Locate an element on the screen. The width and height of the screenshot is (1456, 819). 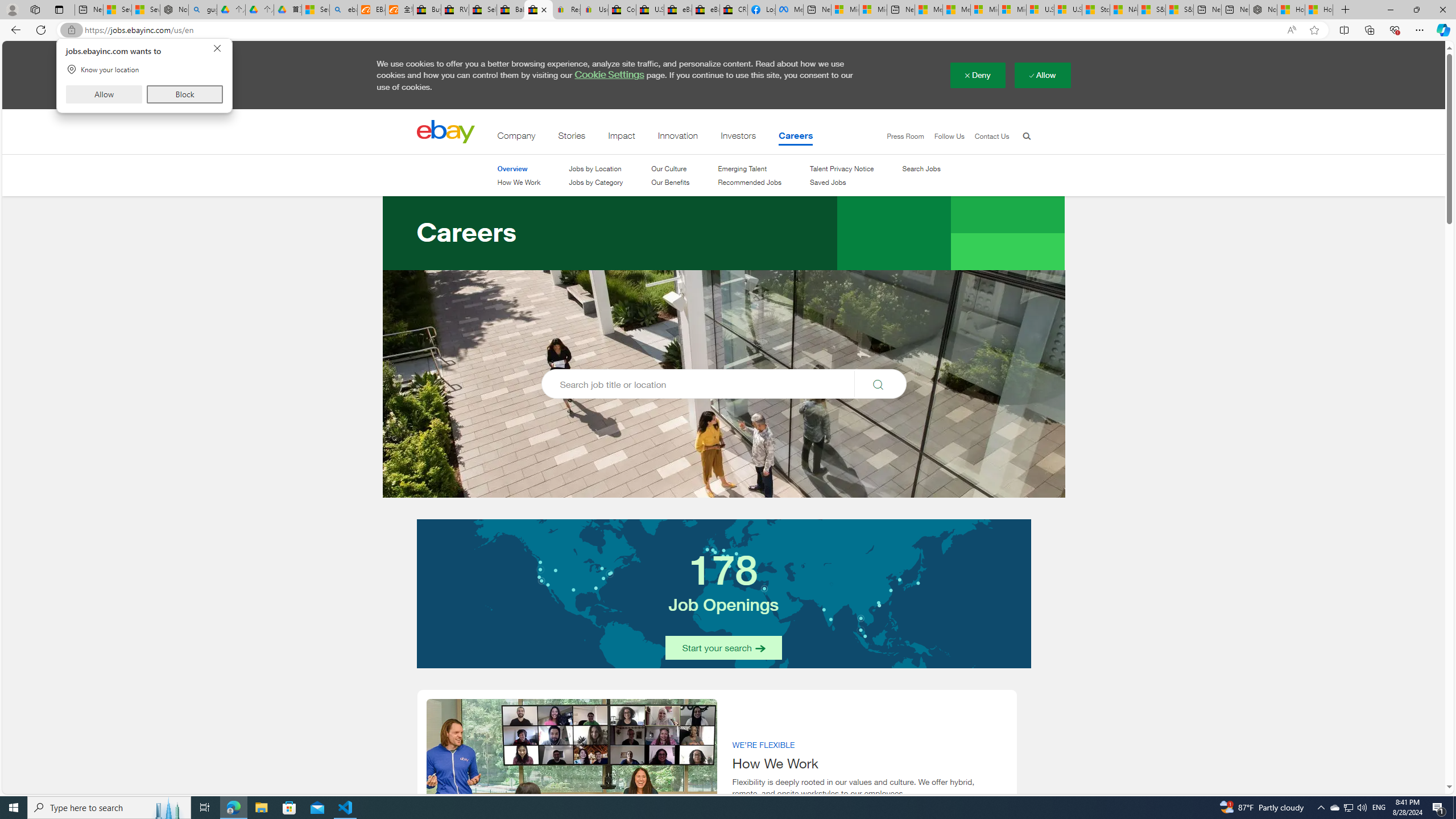
'Tray Input Indicator - English (United States)' is located at coordinates (1379, 806).